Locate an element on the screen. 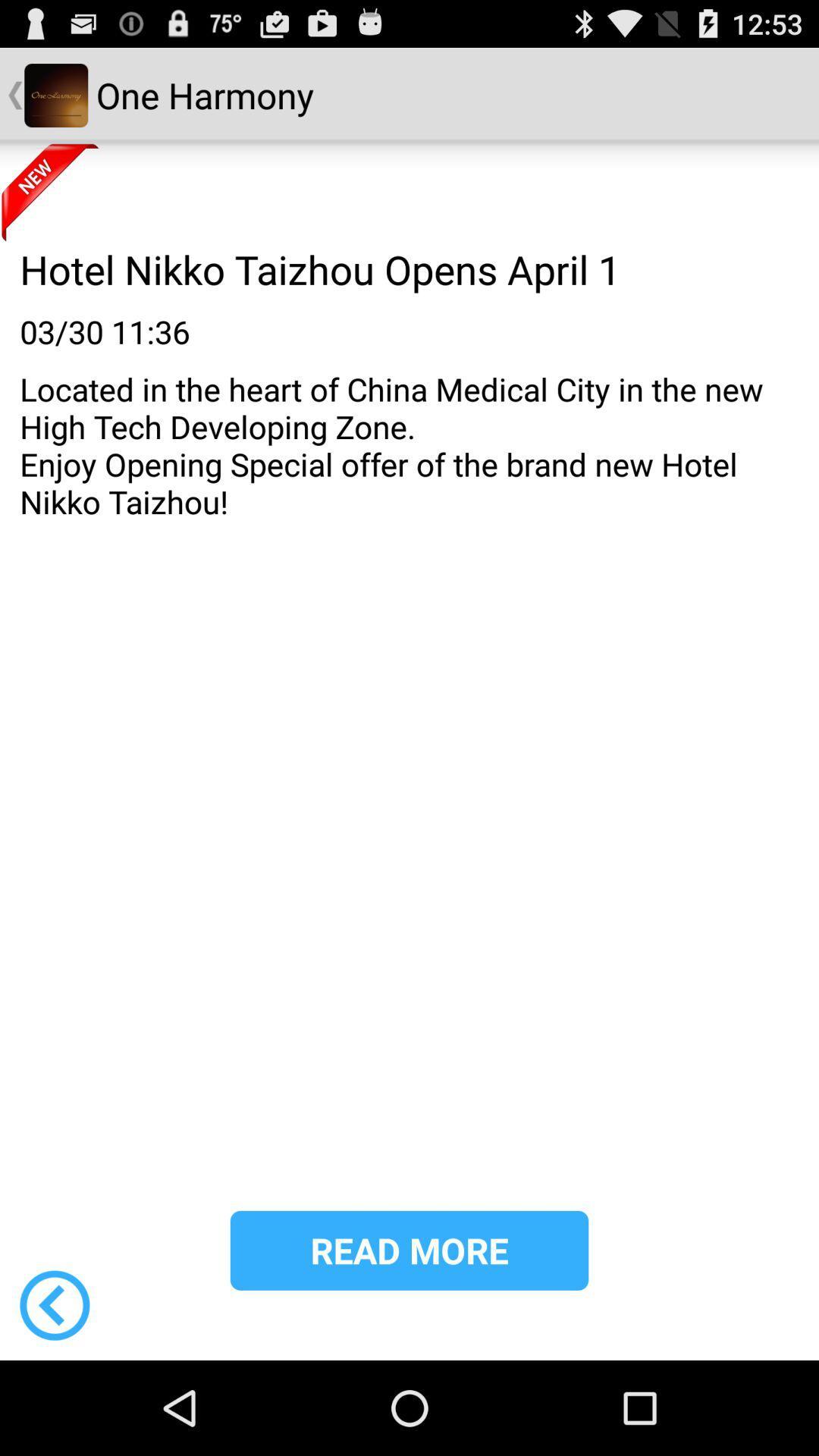 The width and height of the screenshot is (819, 1456). the icon below located in the is located at coordinates (409, 1250).